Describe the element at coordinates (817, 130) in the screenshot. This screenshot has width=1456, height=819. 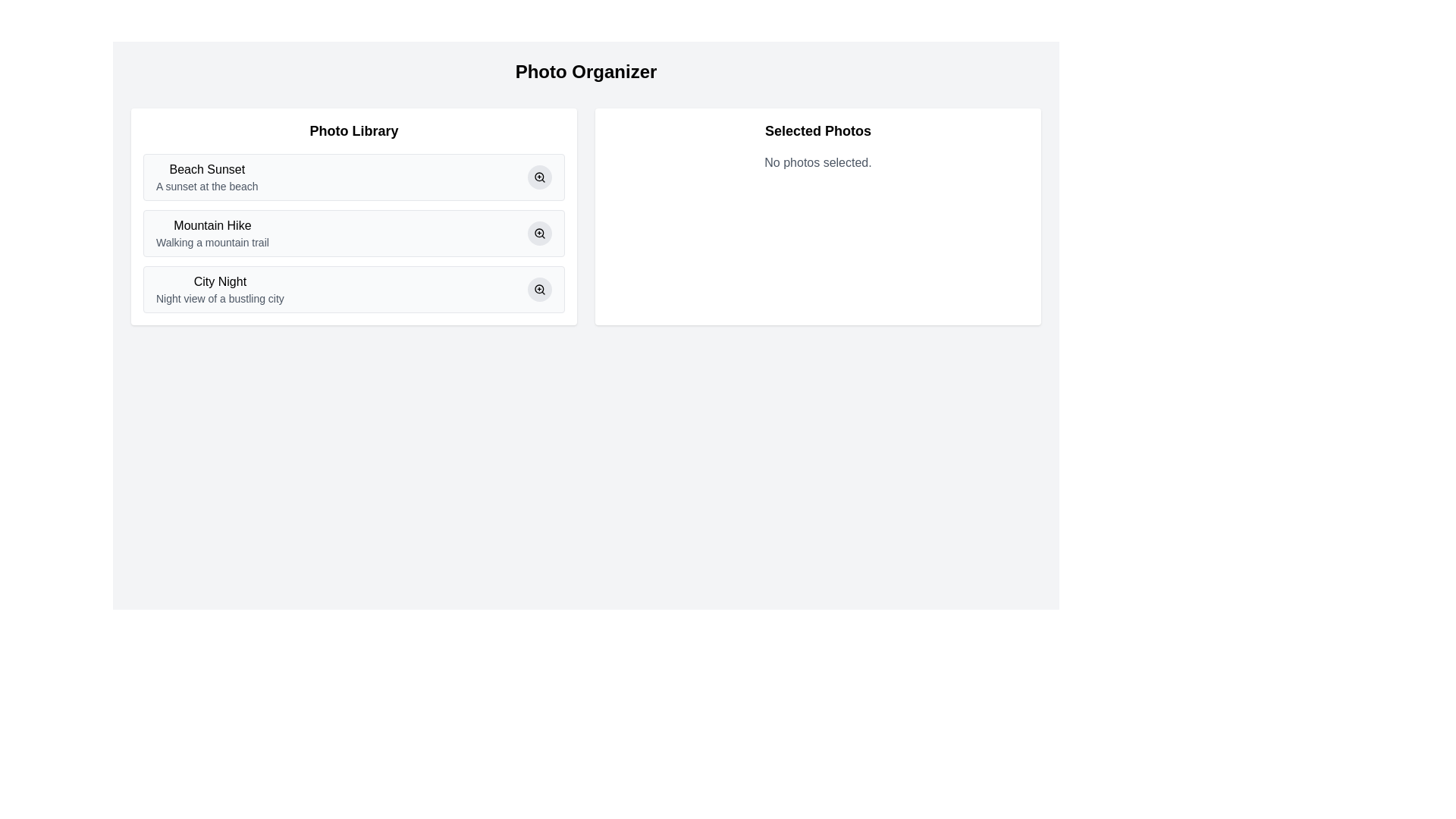
I see `the Text label that indicates the section dedicated` at that location.